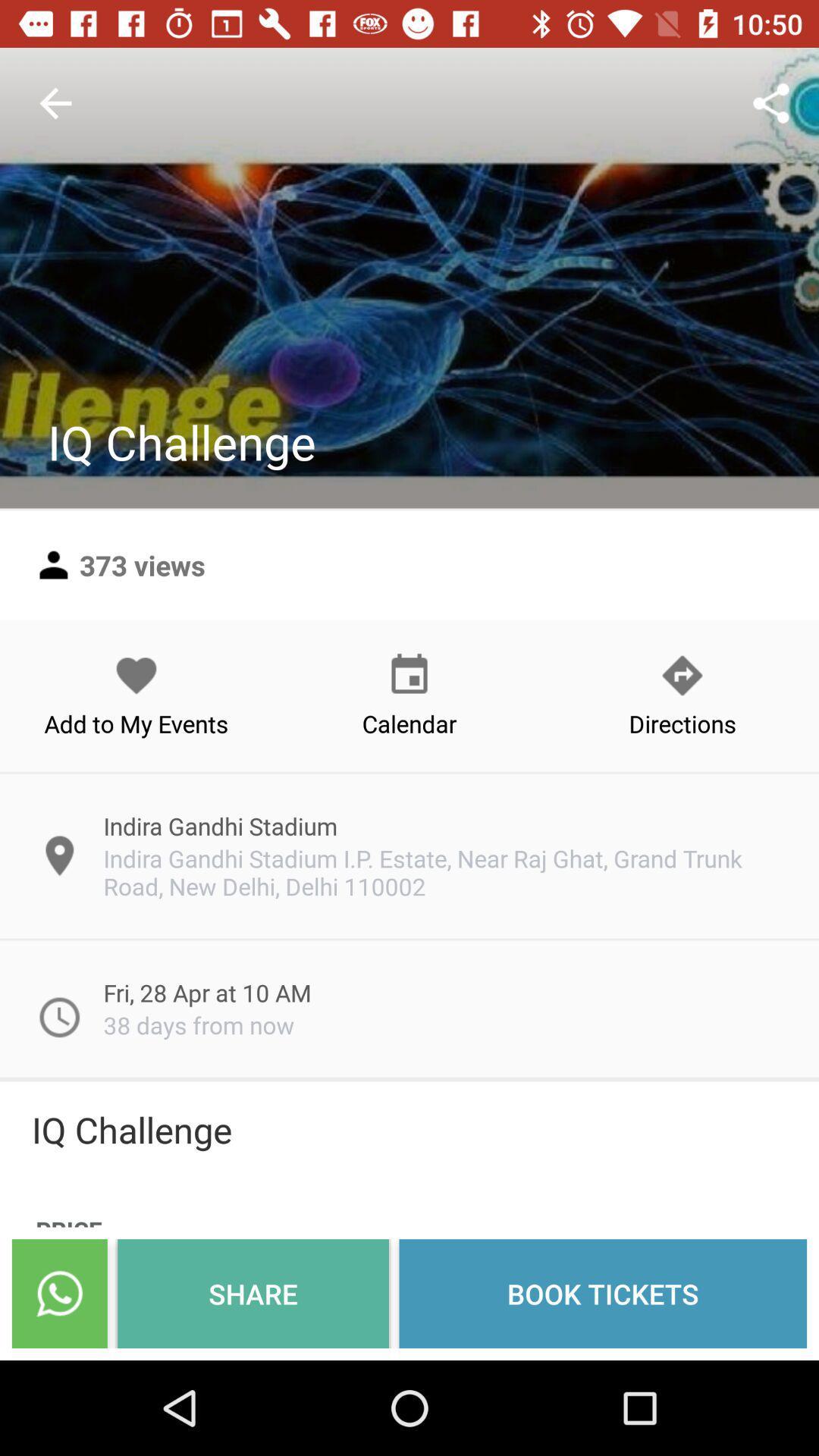 The image size is (819, 1456). What do you see at coordinates (681, 695) in the screenshot?
I see `the icon to the right of the calendar item` at bounding box center [681, 695].